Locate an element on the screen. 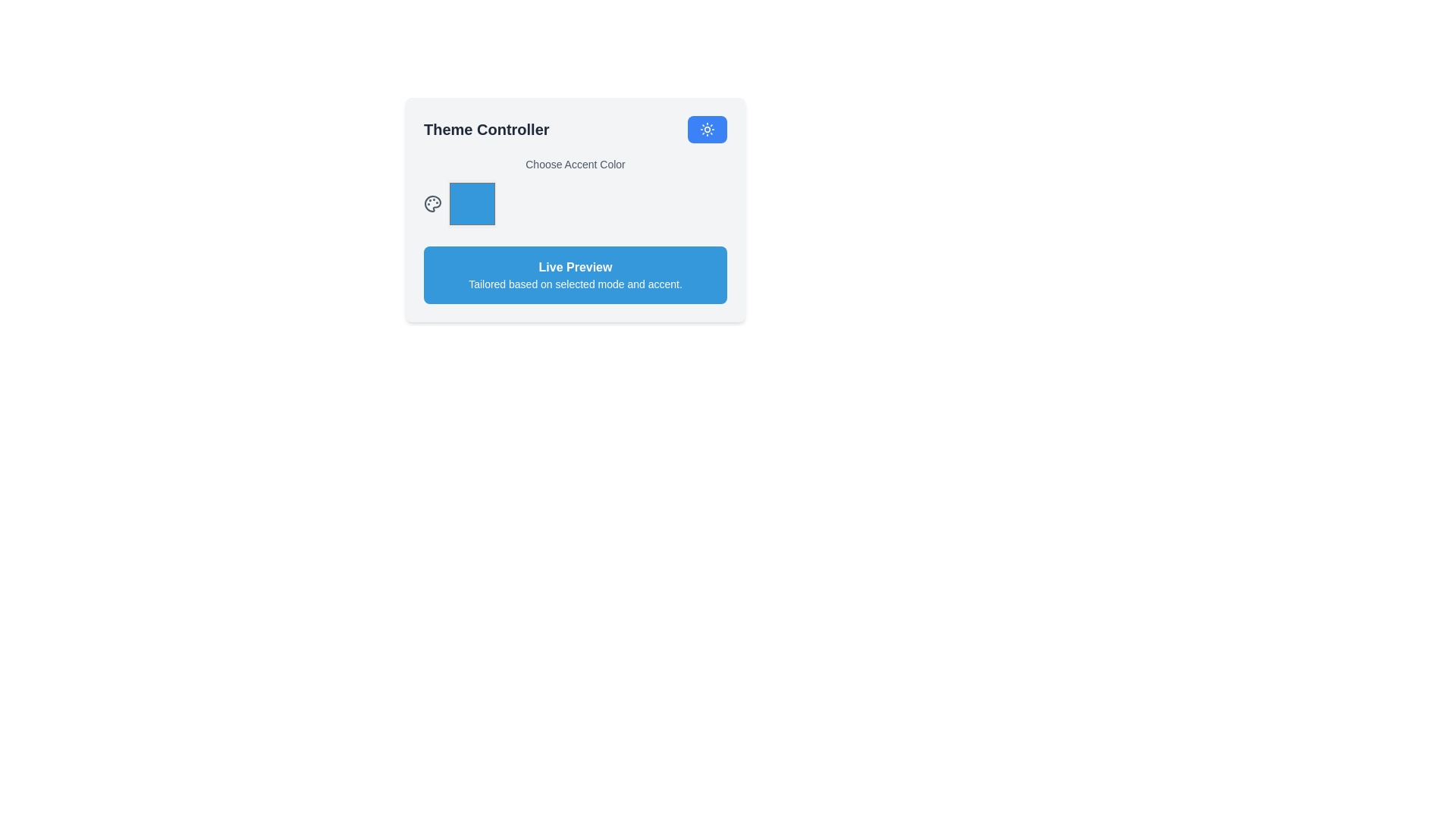 Image resolution: width=1456 pixels, height=819 pixels. the small, rounded rectangular blue button with a white sun icon in the top-right corner of the 'Theme Controller' section is located at coordinates (706, 128).